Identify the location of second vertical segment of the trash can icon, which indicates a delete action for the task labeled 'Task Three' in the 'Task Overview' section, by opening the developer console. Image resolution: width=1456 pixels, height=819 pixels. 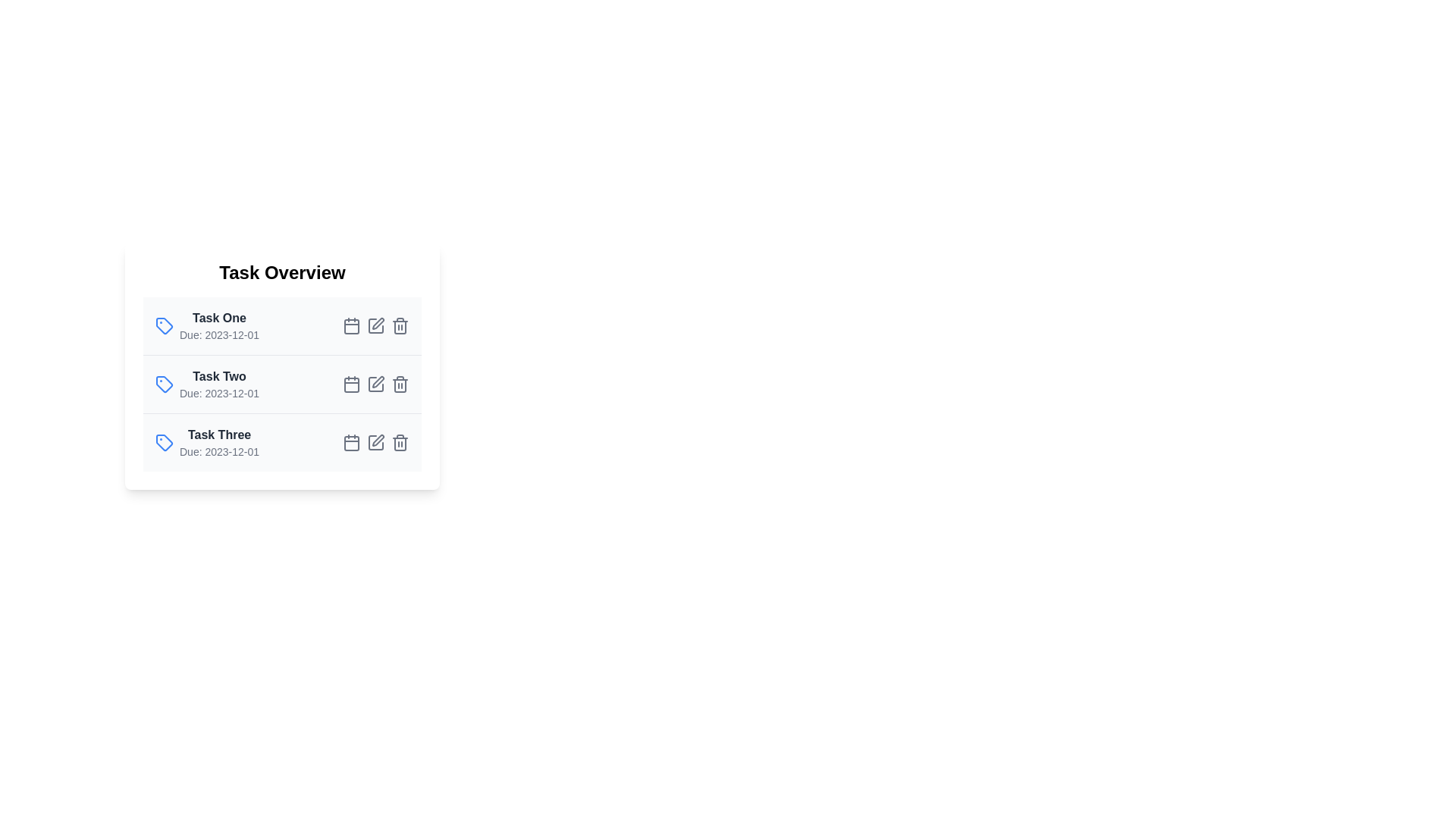
(400, 444).